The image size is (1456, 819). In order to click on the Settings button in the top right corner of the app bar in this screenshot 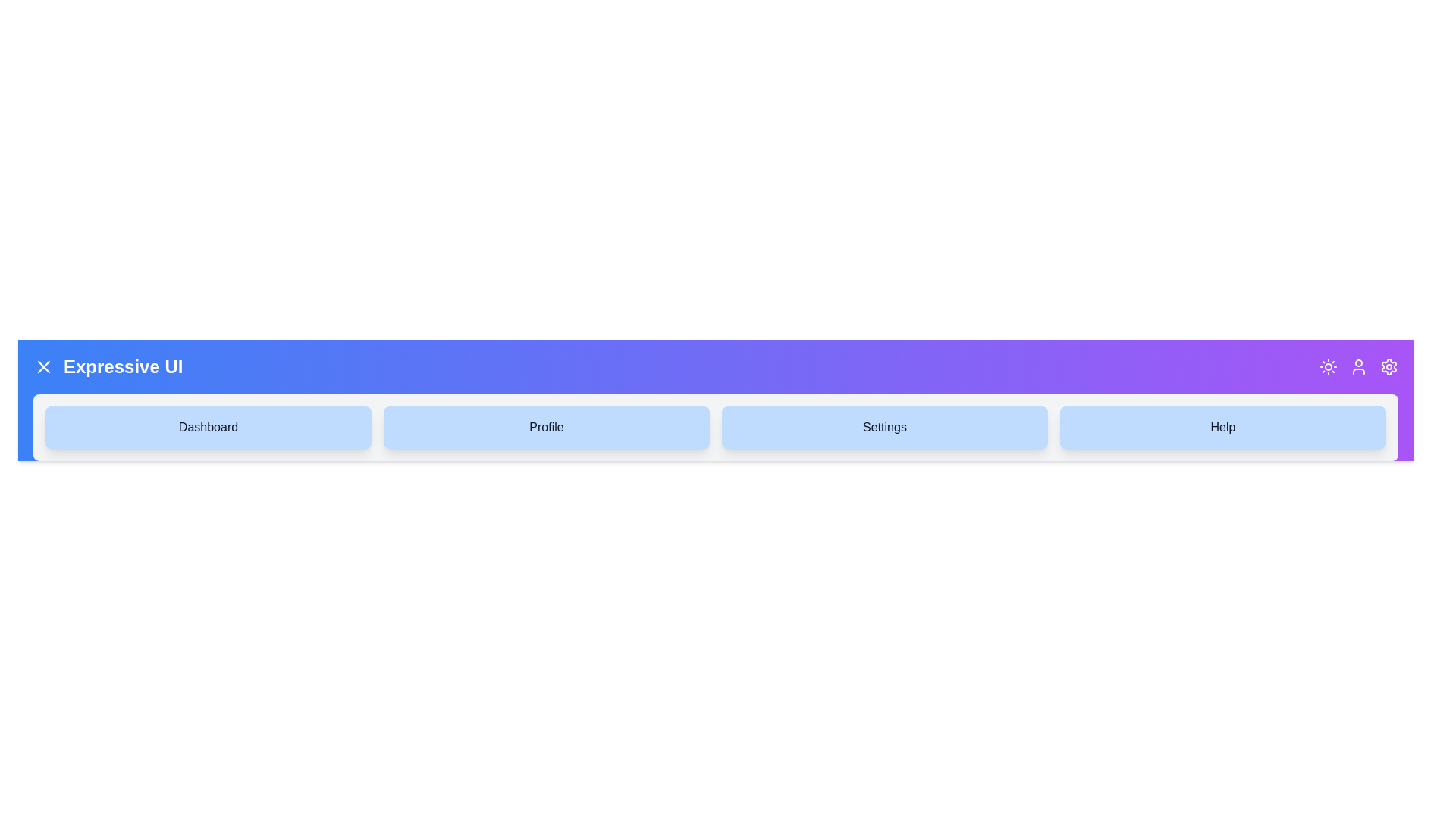, I will do `click(1389, 366)`.